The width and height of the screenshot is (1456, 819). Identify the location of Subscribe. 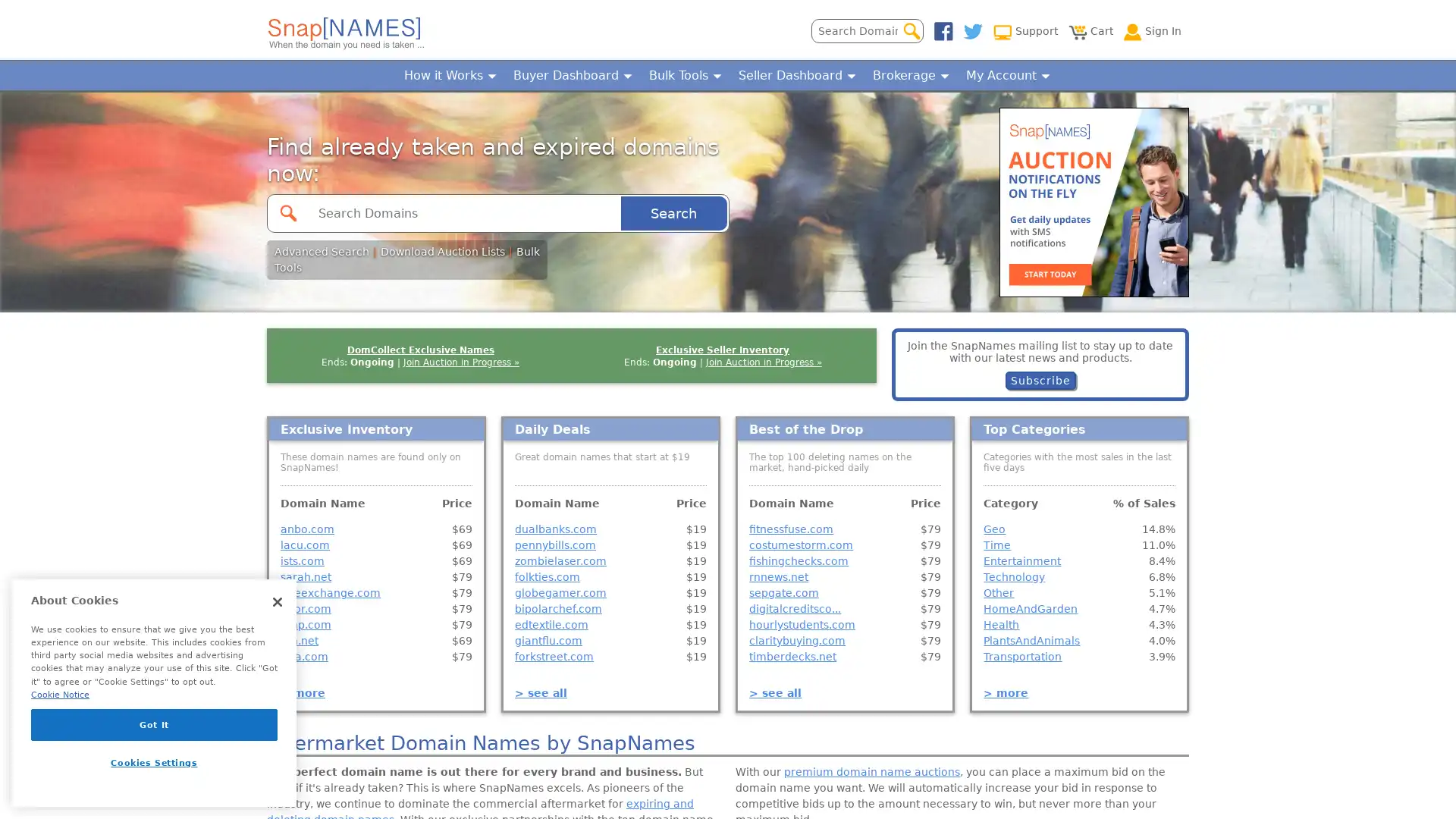
(1039, 379).